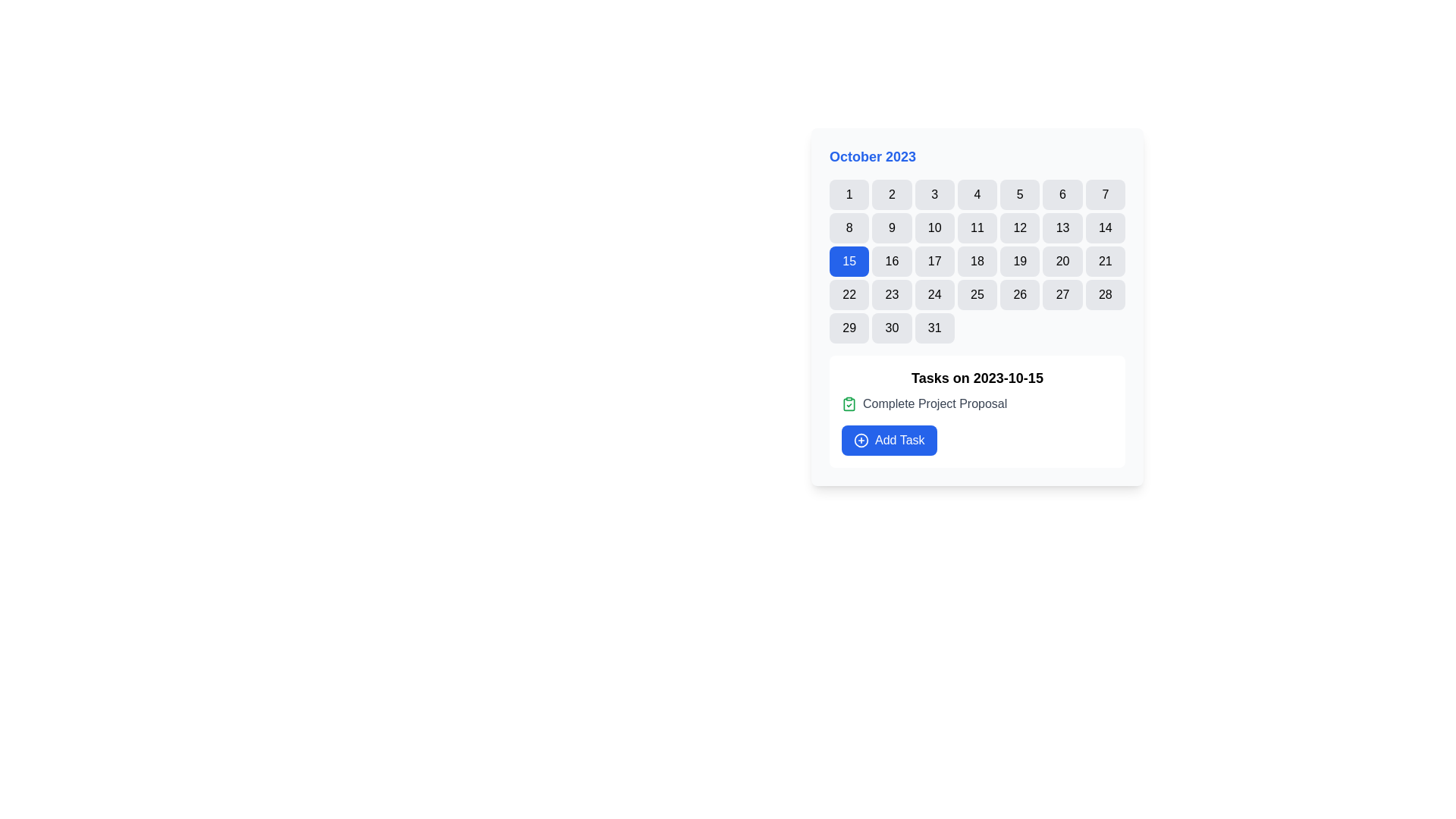 This screenshot has height=819, width=1456. Describe the element at coordinates (977, 260) in the screenshot. I see `on the Calendar day cell representing October 18th, 2023` at that location.